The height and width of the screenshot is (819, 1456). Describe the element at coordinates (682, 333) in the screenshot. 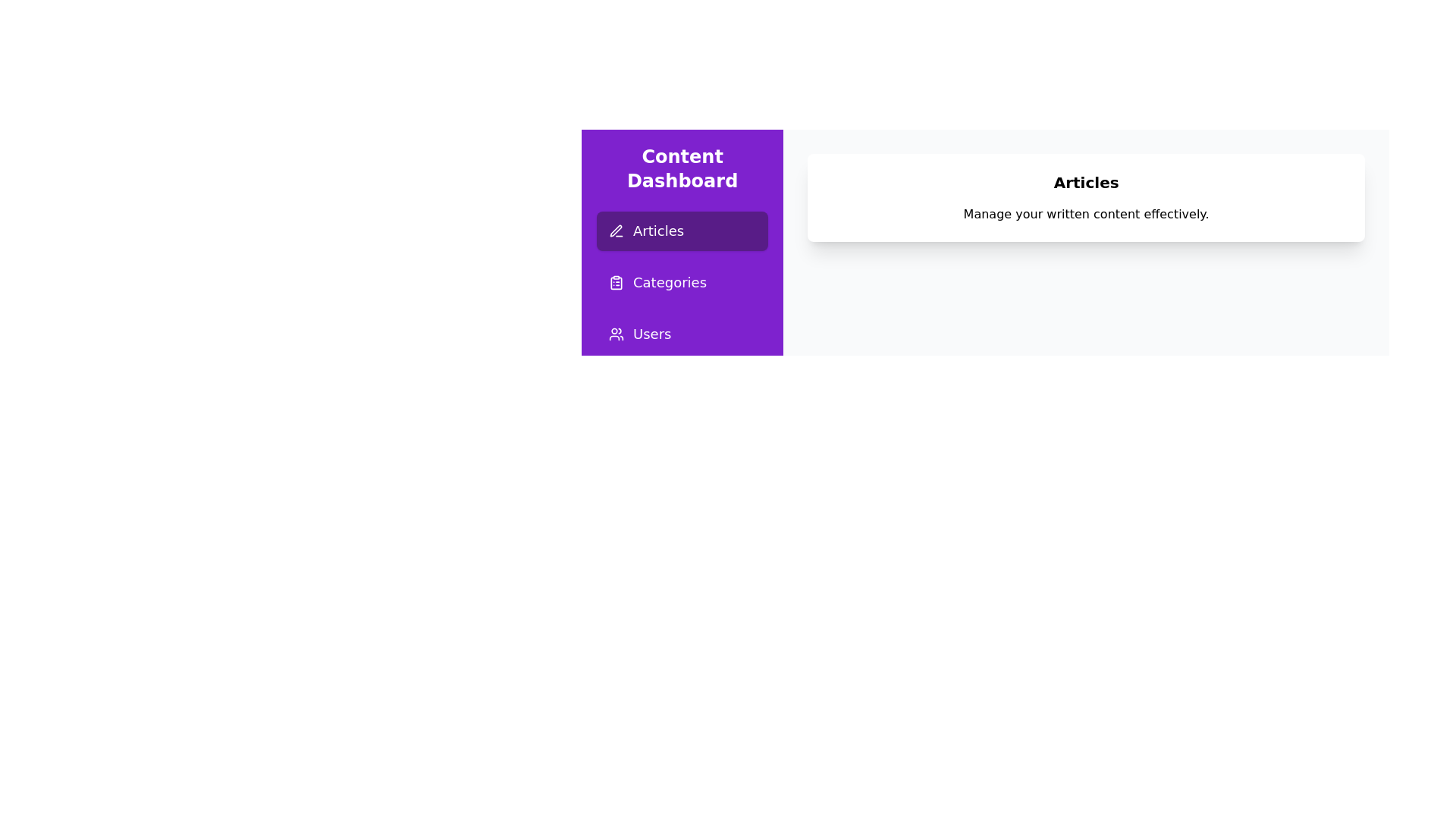

I see `the page Users from the sidebar menu` at that location.